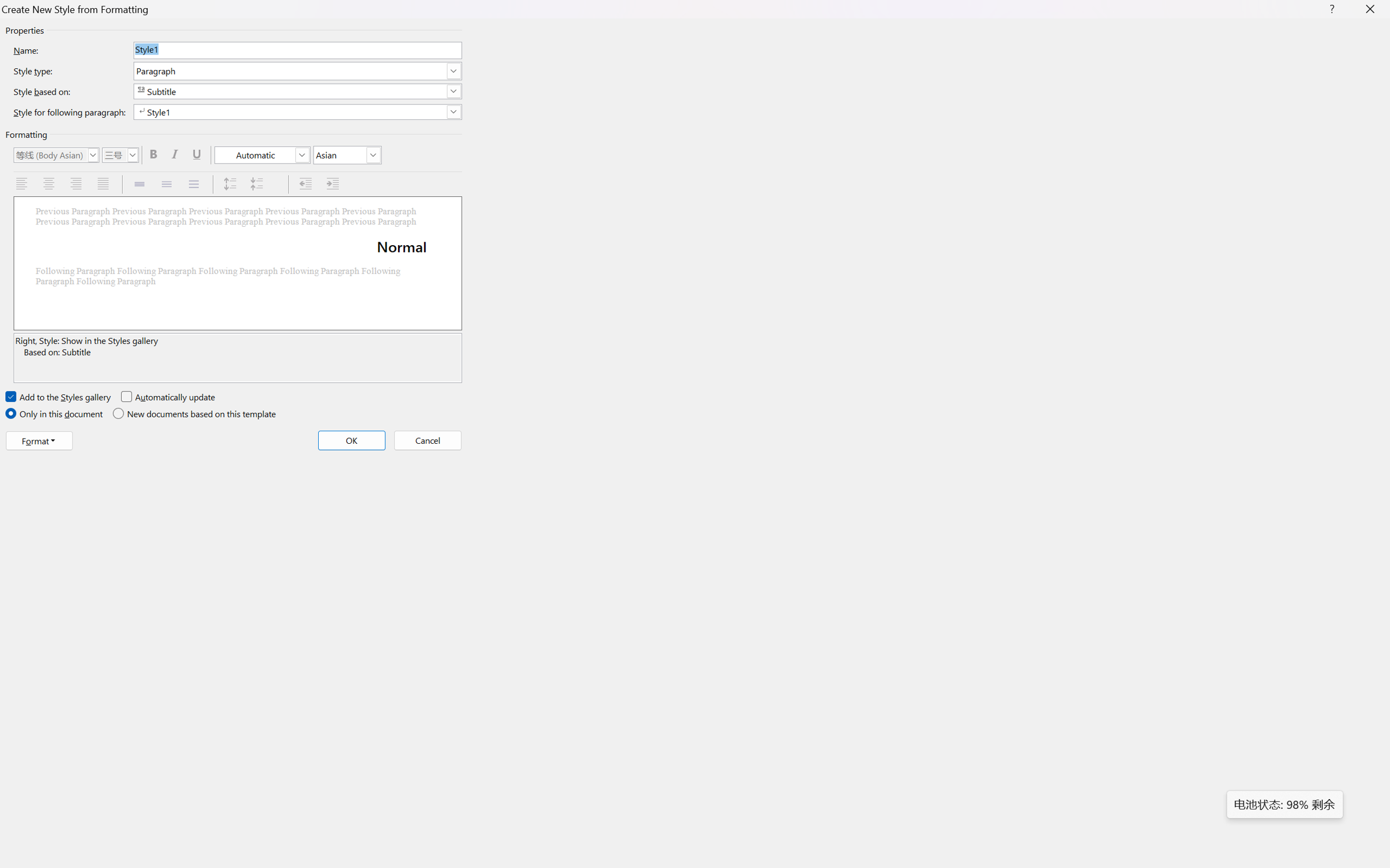 The height and width of the screenshot is (868, 1390). I want to click on 'Italic', so click(176, 154).